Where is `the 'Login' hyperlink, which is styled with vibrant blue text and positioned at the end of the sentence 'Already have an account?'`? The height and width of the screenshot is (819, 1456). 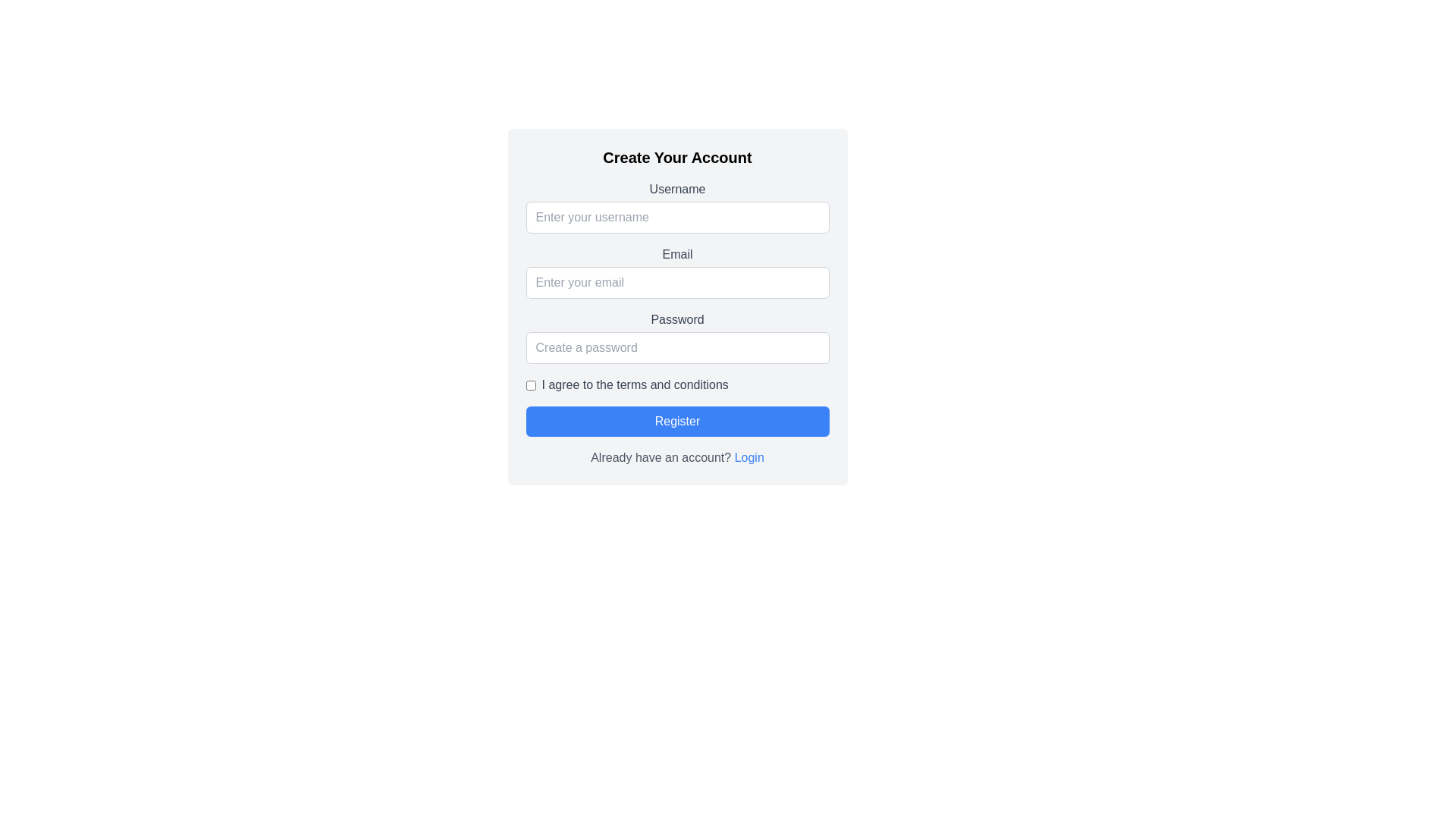 the 'Login' hyperlink, which is styled with vibrant blue text and positioned at the end of the sentence 'Already have an account?' is located at coordinates (749, 457).